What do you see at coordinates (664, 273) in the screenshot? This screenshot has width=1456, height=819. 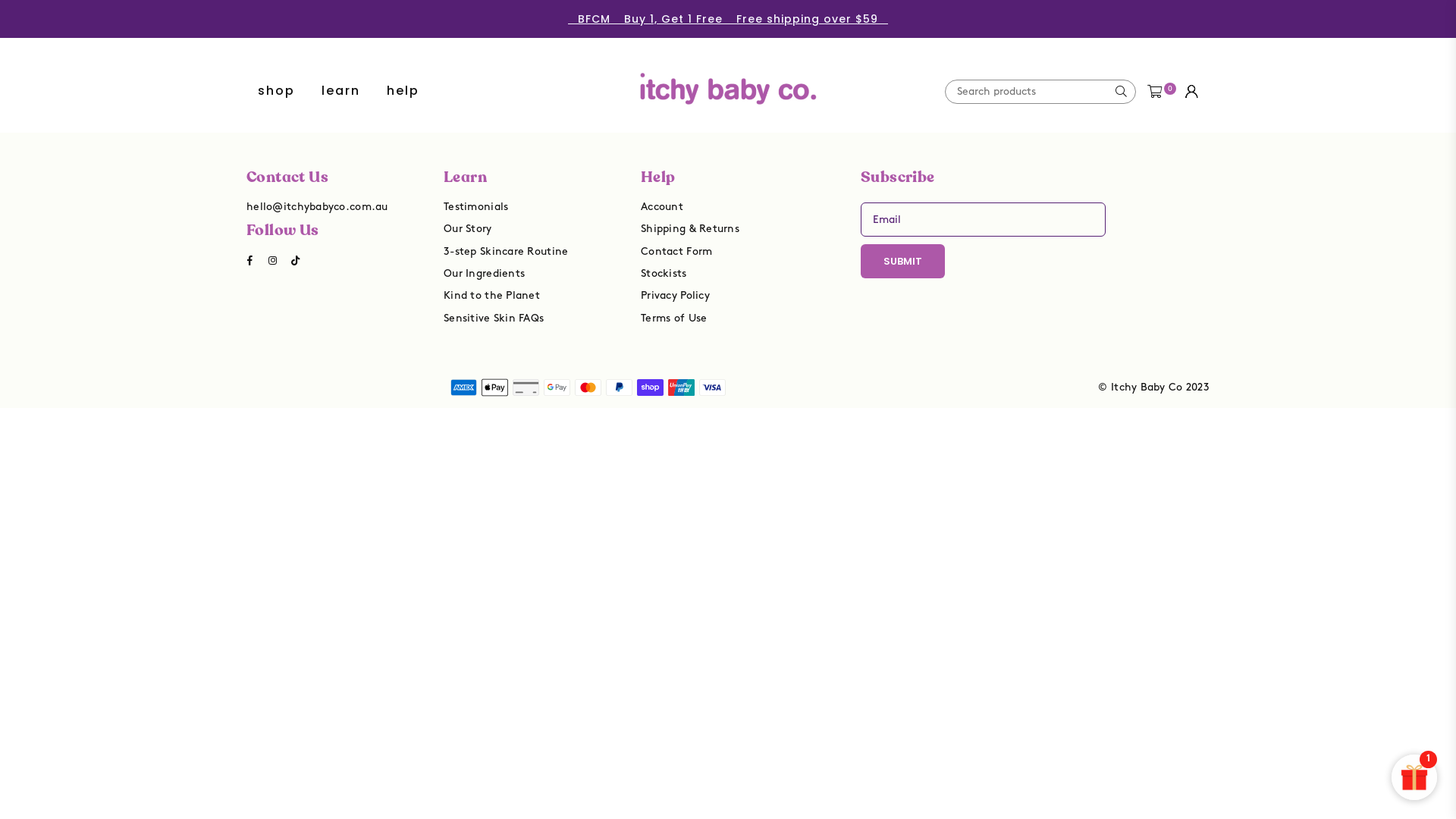 I see `'Stockists'` at bounding box center [664, 273].